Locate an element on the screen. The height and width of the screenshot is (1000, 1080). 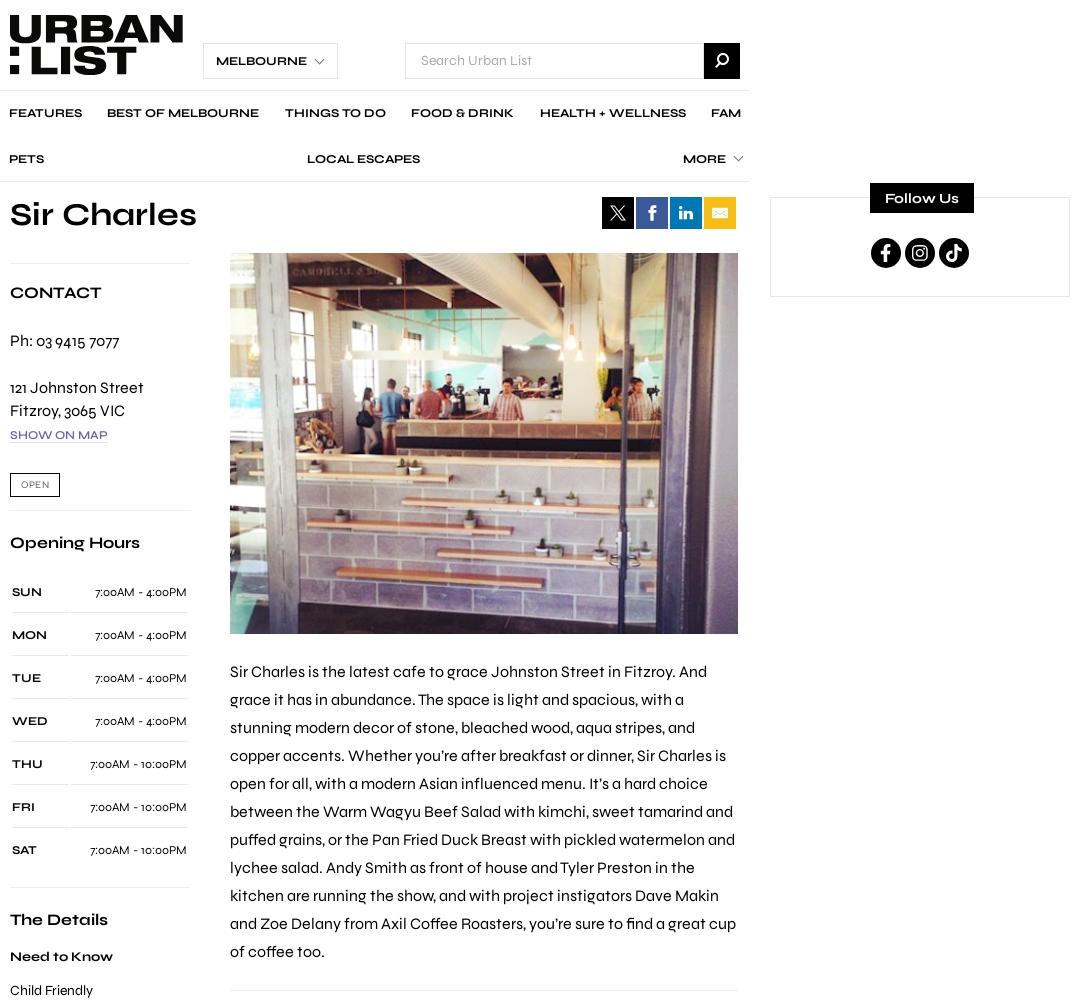
'Show on map' is located at coordinates (10, 435).